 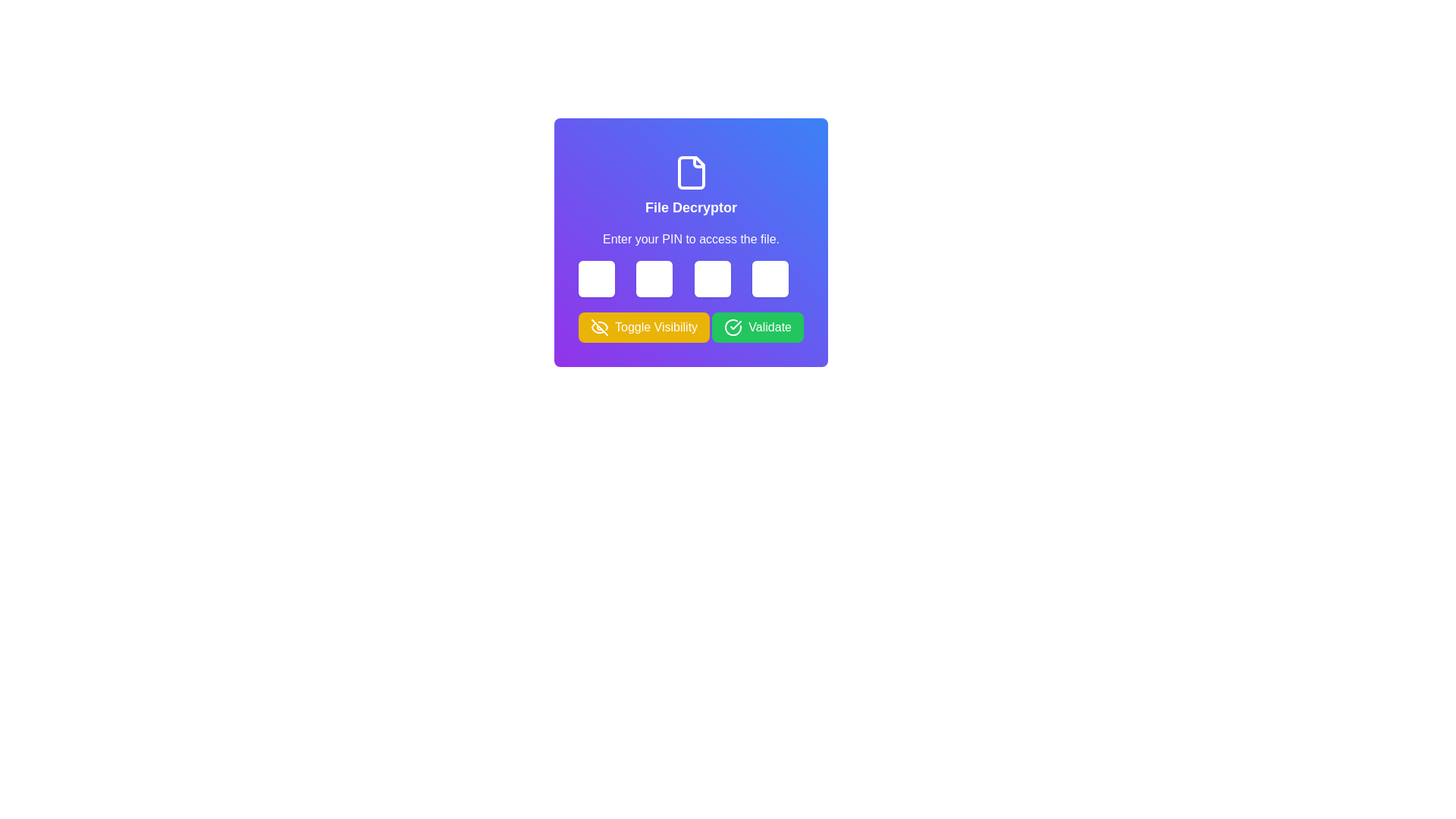 I want to click on the third text input field in a grid layout and tab to the next input field, so click(x=711, y=278).